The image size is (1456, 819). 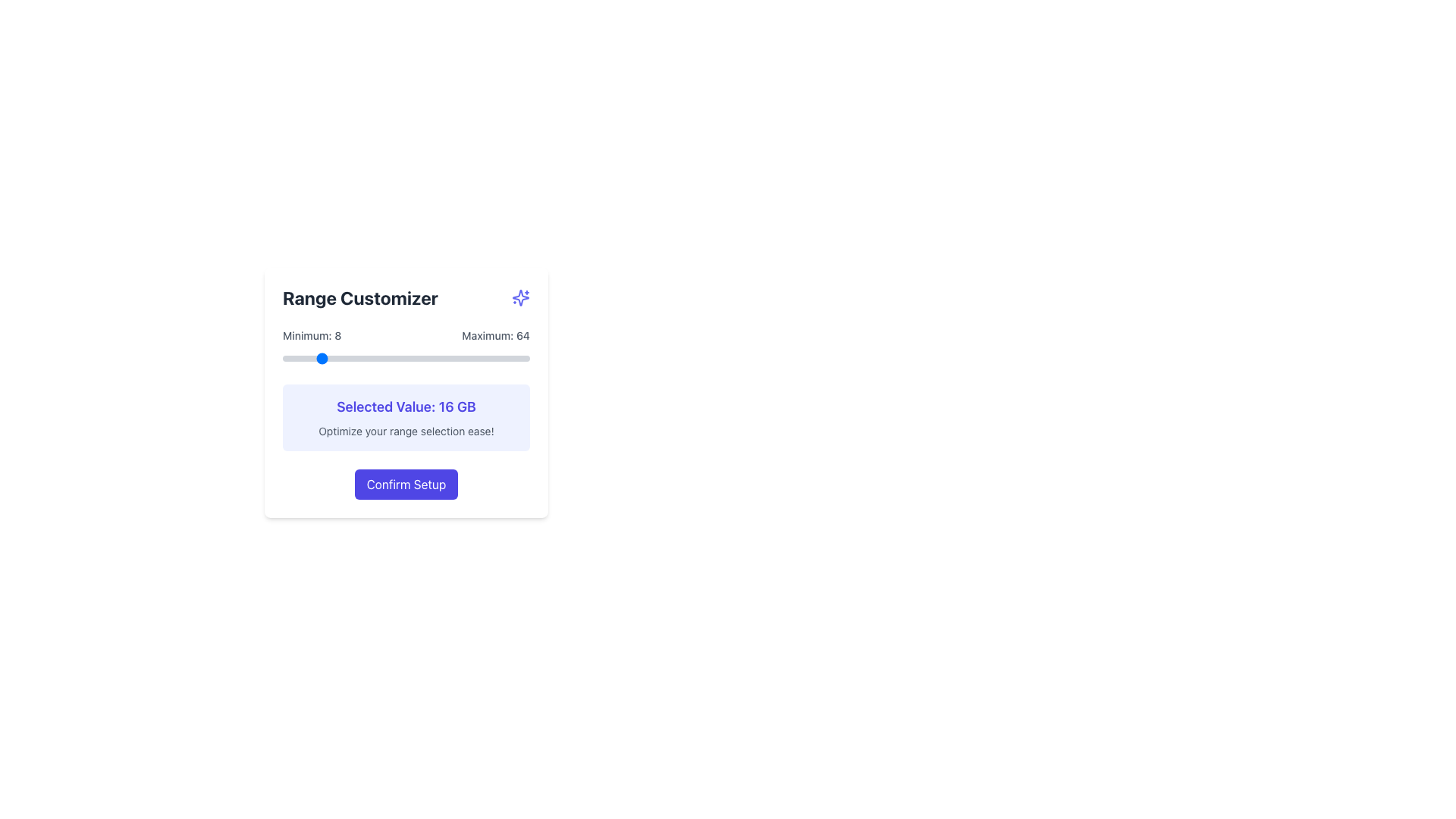 I want to click on the slider, so click(x=356, y=359).